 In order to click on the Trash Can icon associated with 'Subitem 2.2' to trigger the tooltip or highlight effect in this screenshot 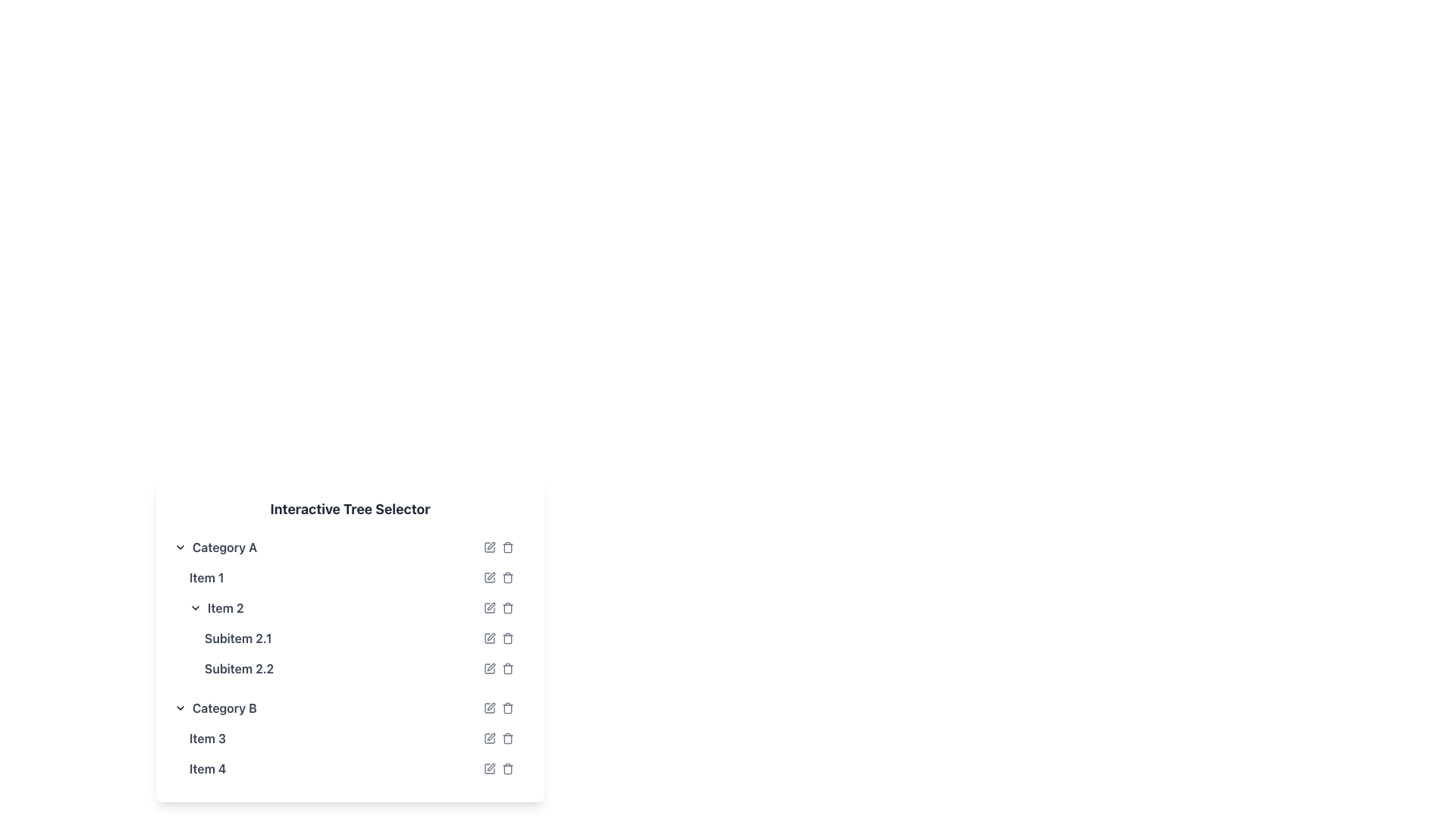, I will do `click(508, 669)`.